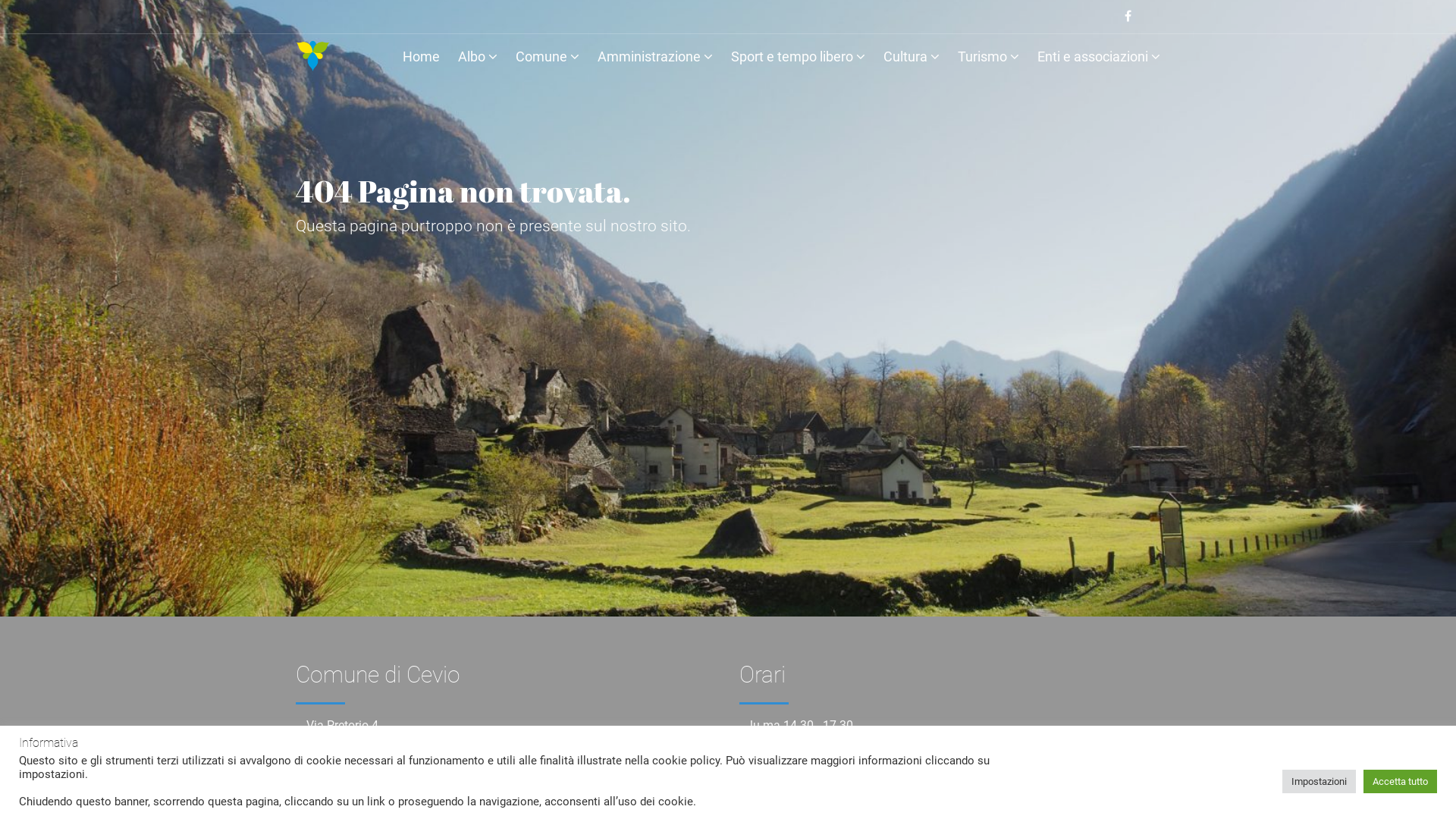 The image size is (1456, 819). Describe the element at coordinates (1318, 780) in the screenshot. I see `'Impostazioni'` at that location.